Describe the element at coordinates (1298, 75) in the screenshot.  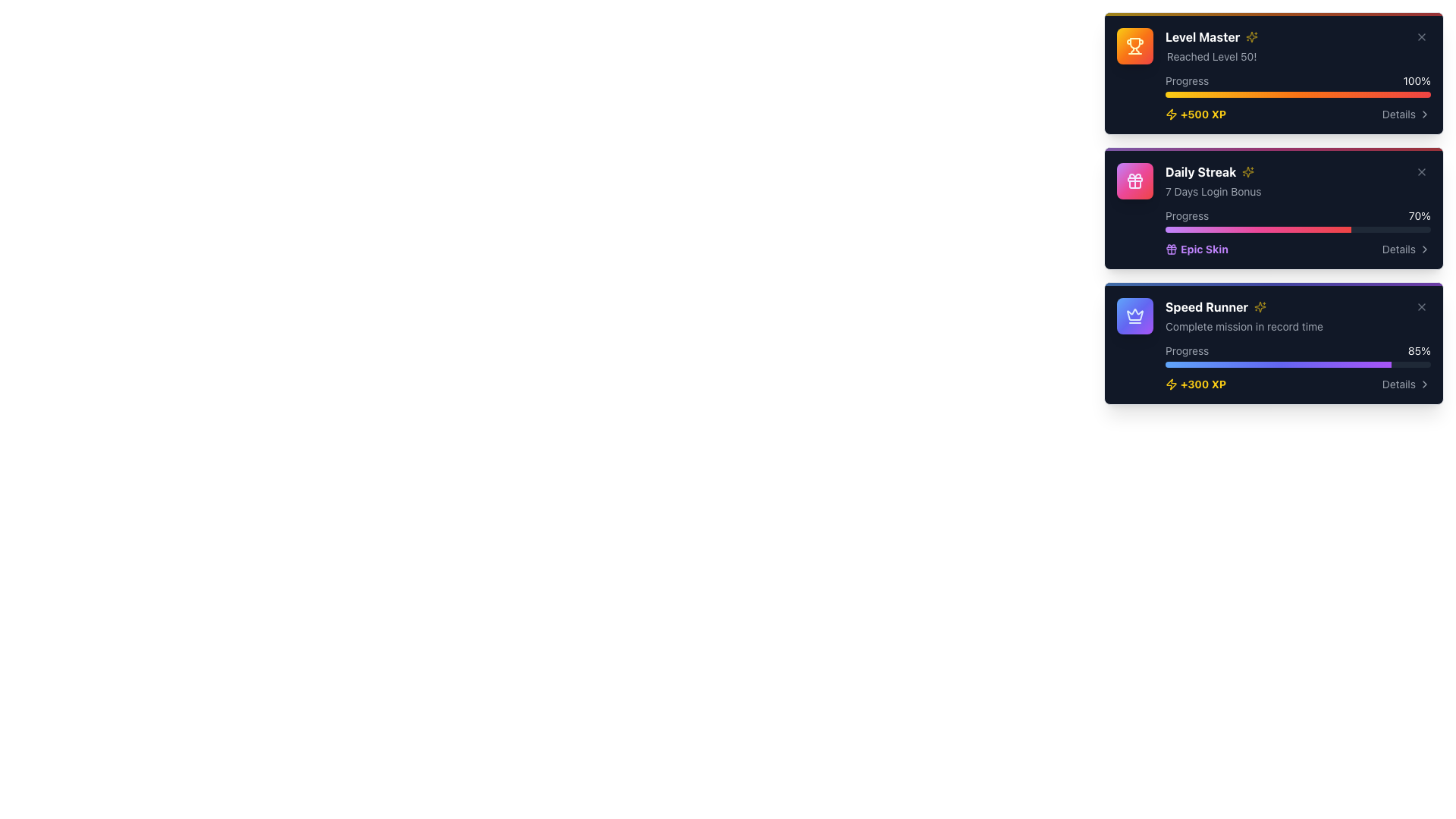
I see `progress bar of the 'Level Master' achievement card, which is located at the top of the right sidebar and displays 'Progress 100%'` at that location.